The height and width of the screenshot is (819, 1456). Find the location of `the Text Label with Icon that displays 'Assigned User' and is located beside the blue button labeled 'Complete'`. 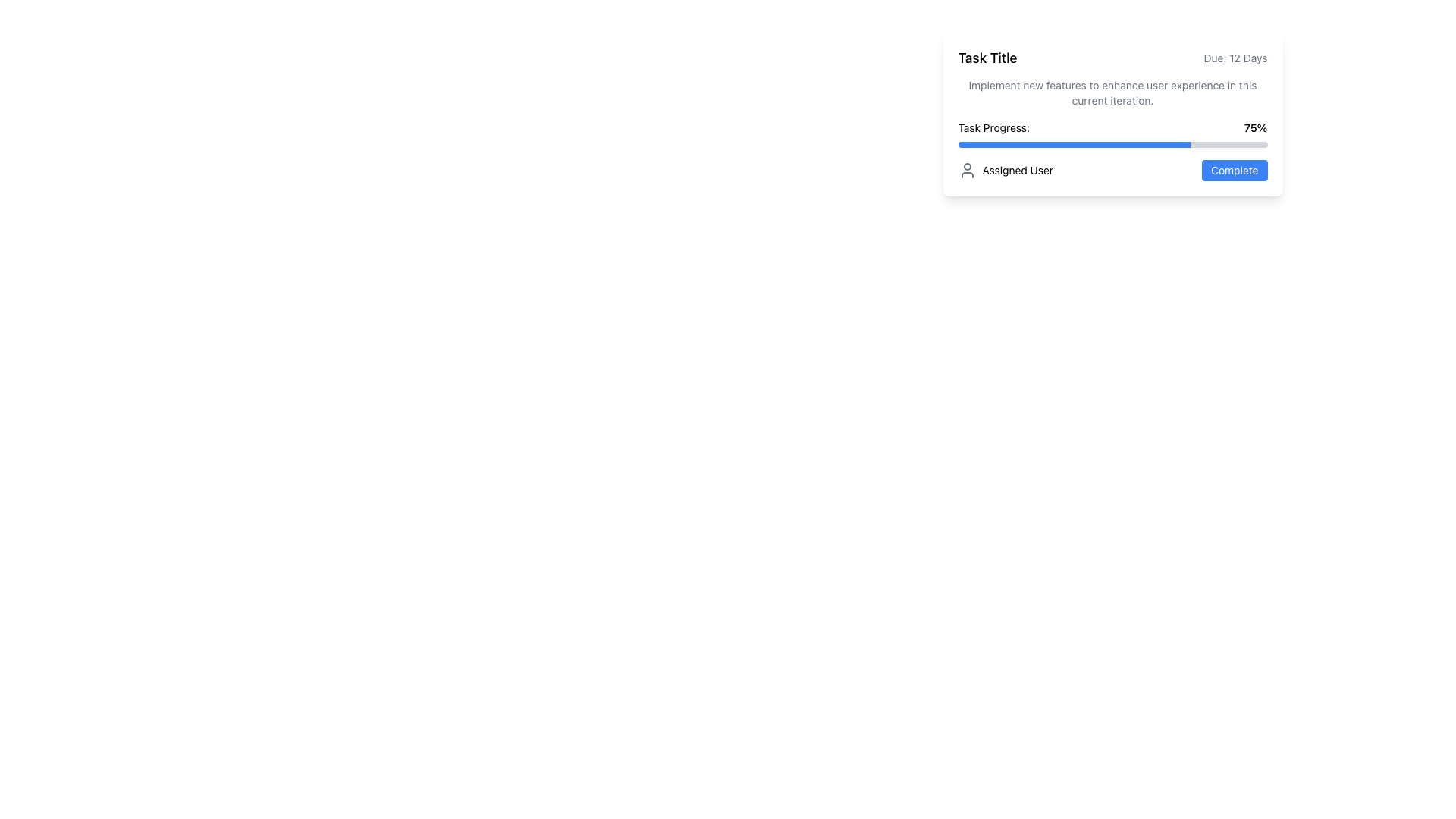

the Text Label with Icon that displays 'Assigned User' and is located beside the blue button labeled 'Complete' is located at coordinates (1006, 170).